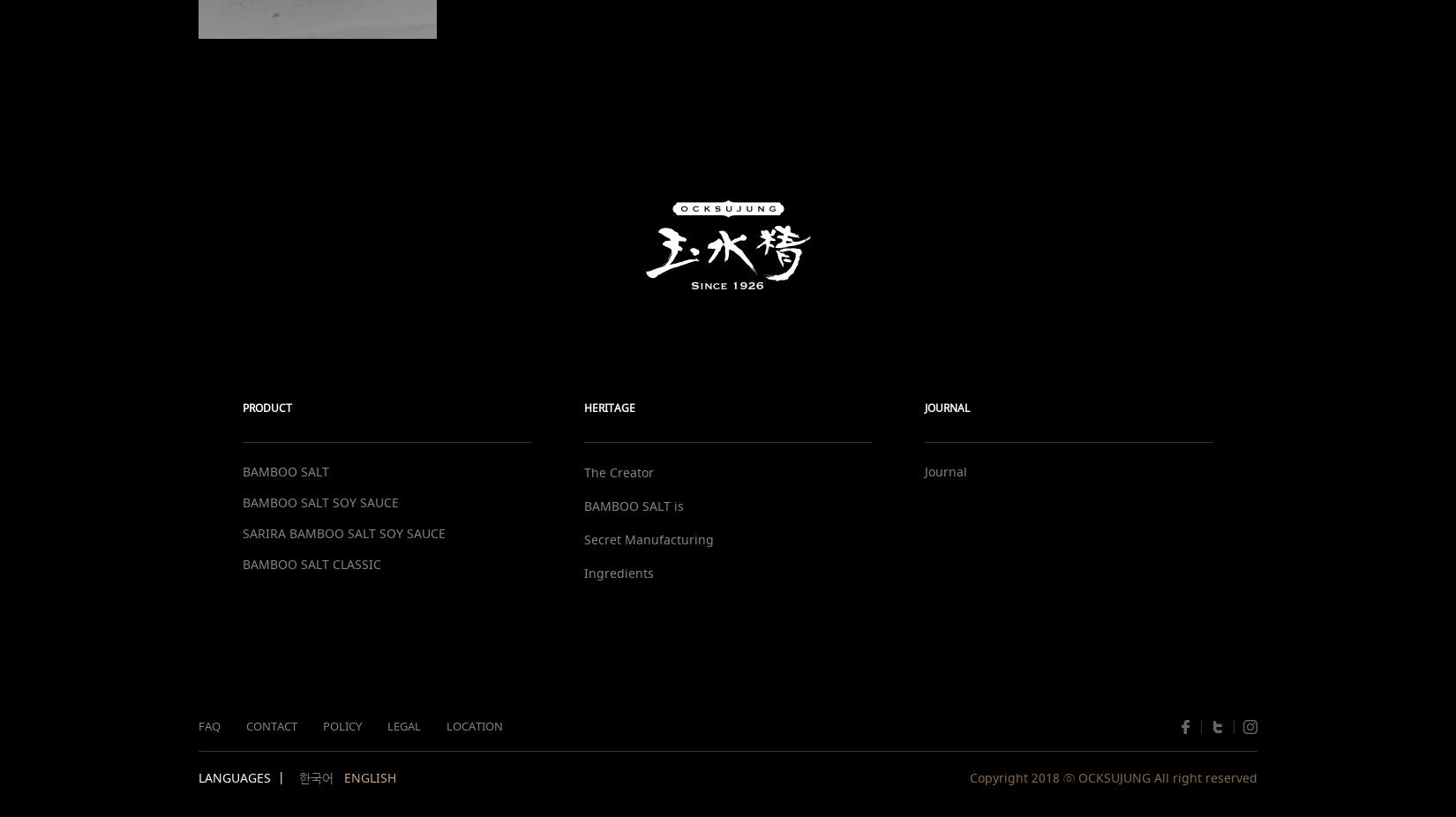 This screenshot has width=1456, height=817. What do you see at coordinates (474, 726) in the screenshot?
I see `'LOCATION'` at bounding box center [474, 726].